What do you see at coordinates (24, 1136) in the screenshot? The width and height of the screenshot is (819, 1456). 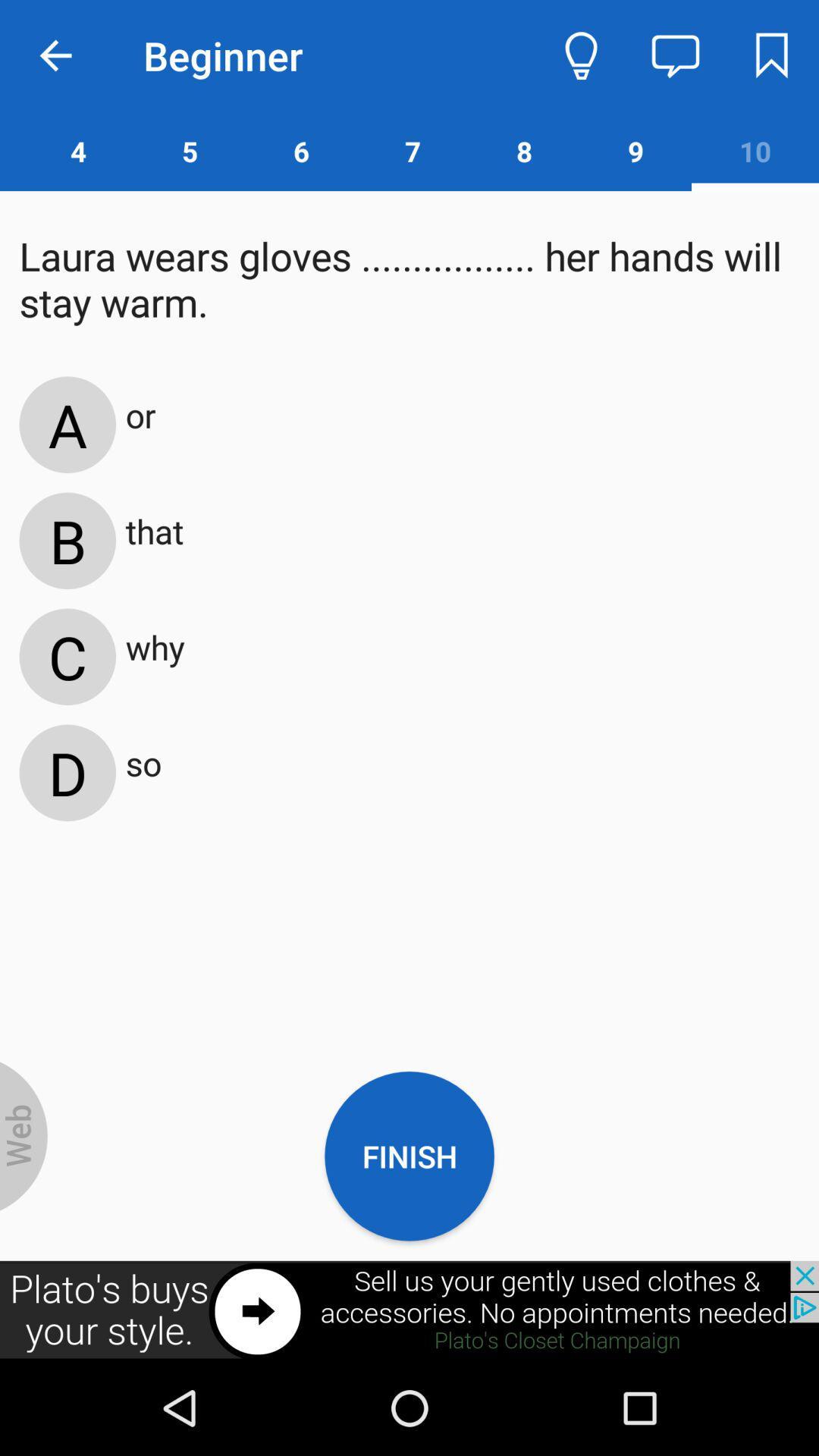 I see `open web browser` at bounding box center [24, 1136].